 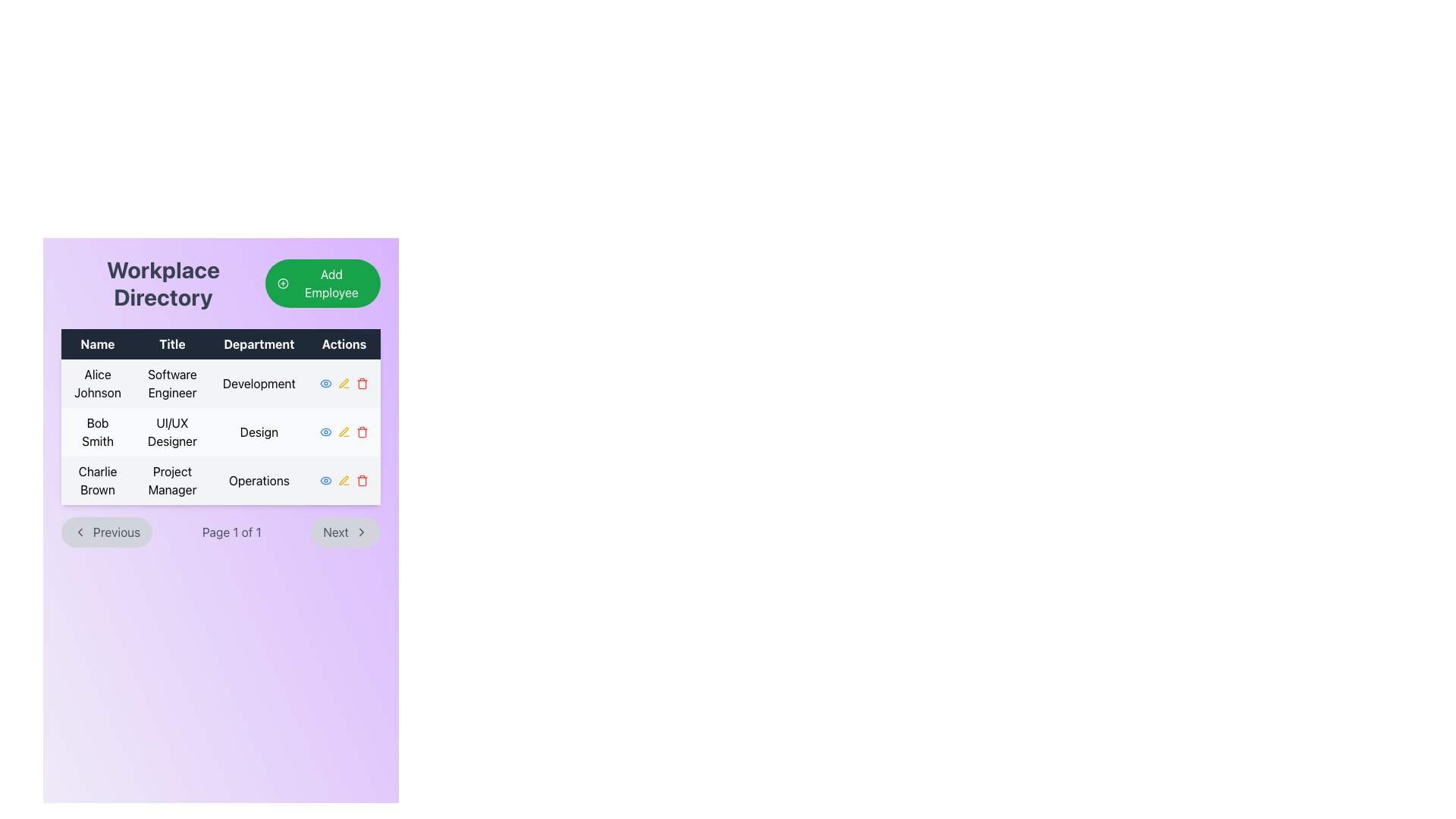 What do you see at coordinates (105, 532) in the screenshot?
I see `the 'Previous' button located on the far left side of its row` at bounding box center [105, 532].